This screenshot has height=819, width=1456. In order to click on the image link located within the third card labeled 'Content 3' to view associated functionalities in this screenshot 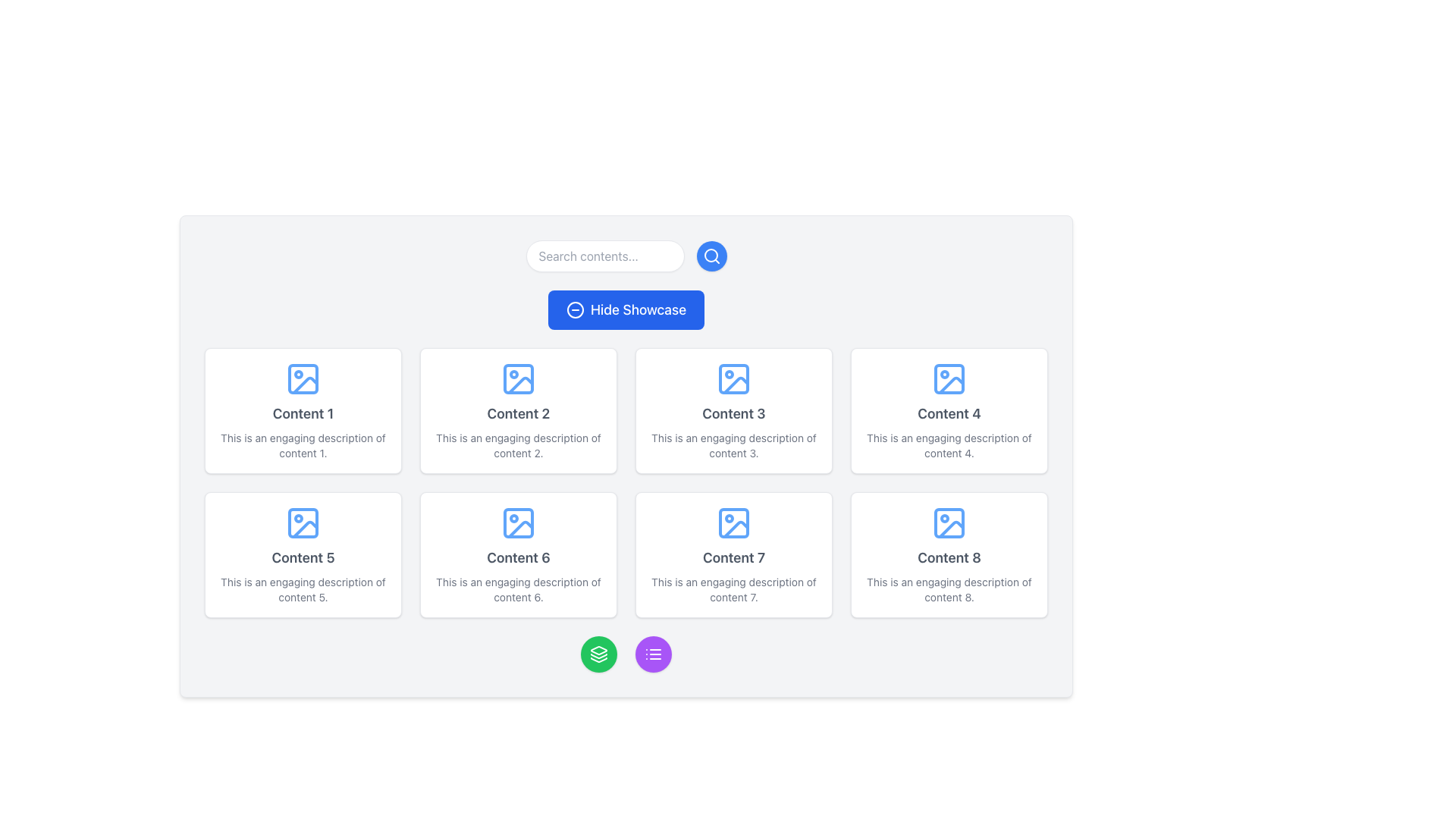, I will do `click(734, 378)`.